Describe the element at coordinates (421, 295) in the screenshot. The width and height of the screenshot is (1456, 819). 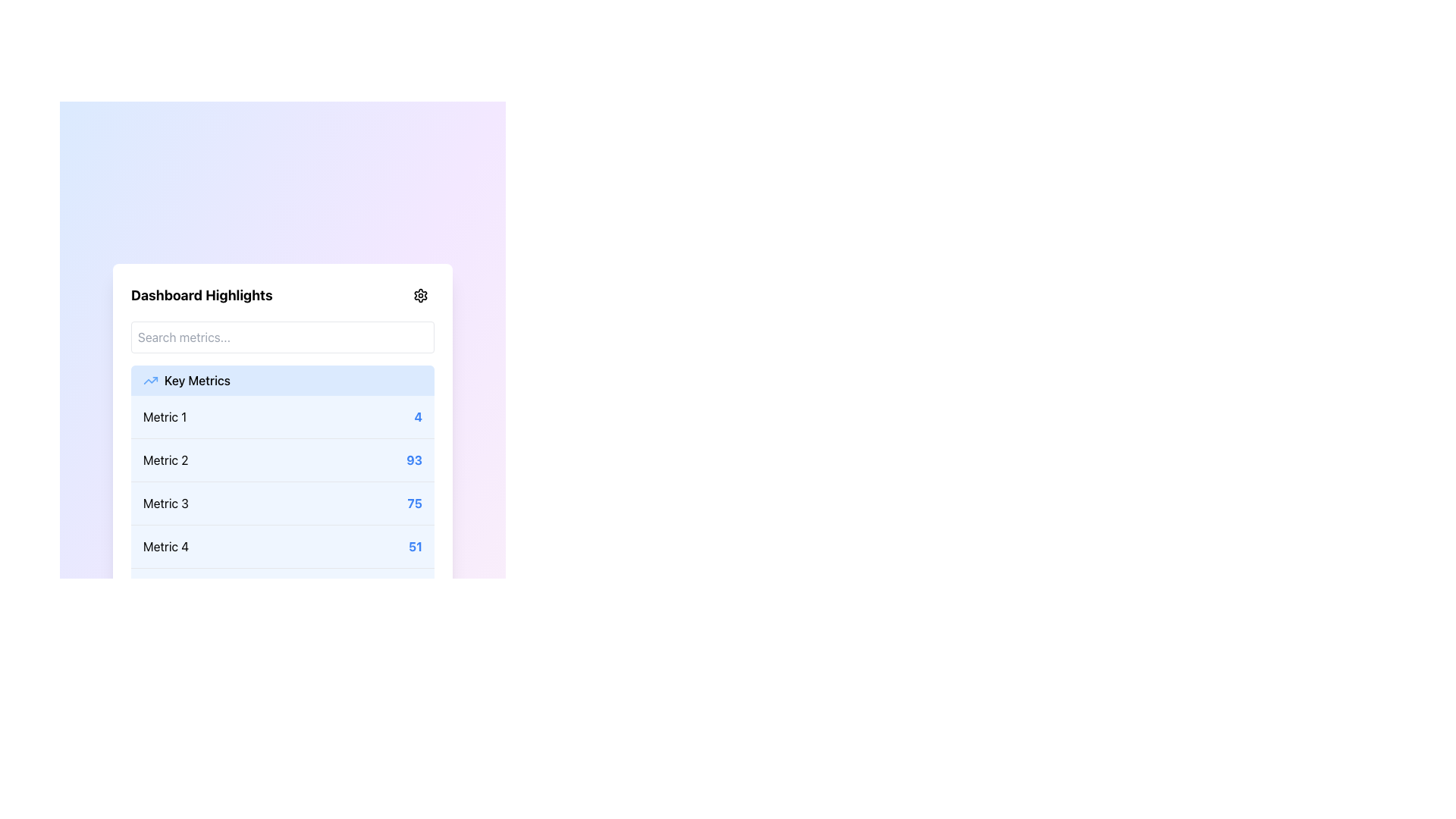
I see `the Icon Button located at the top-right corner of the 'Dashboard Highlights' panel` at that location.